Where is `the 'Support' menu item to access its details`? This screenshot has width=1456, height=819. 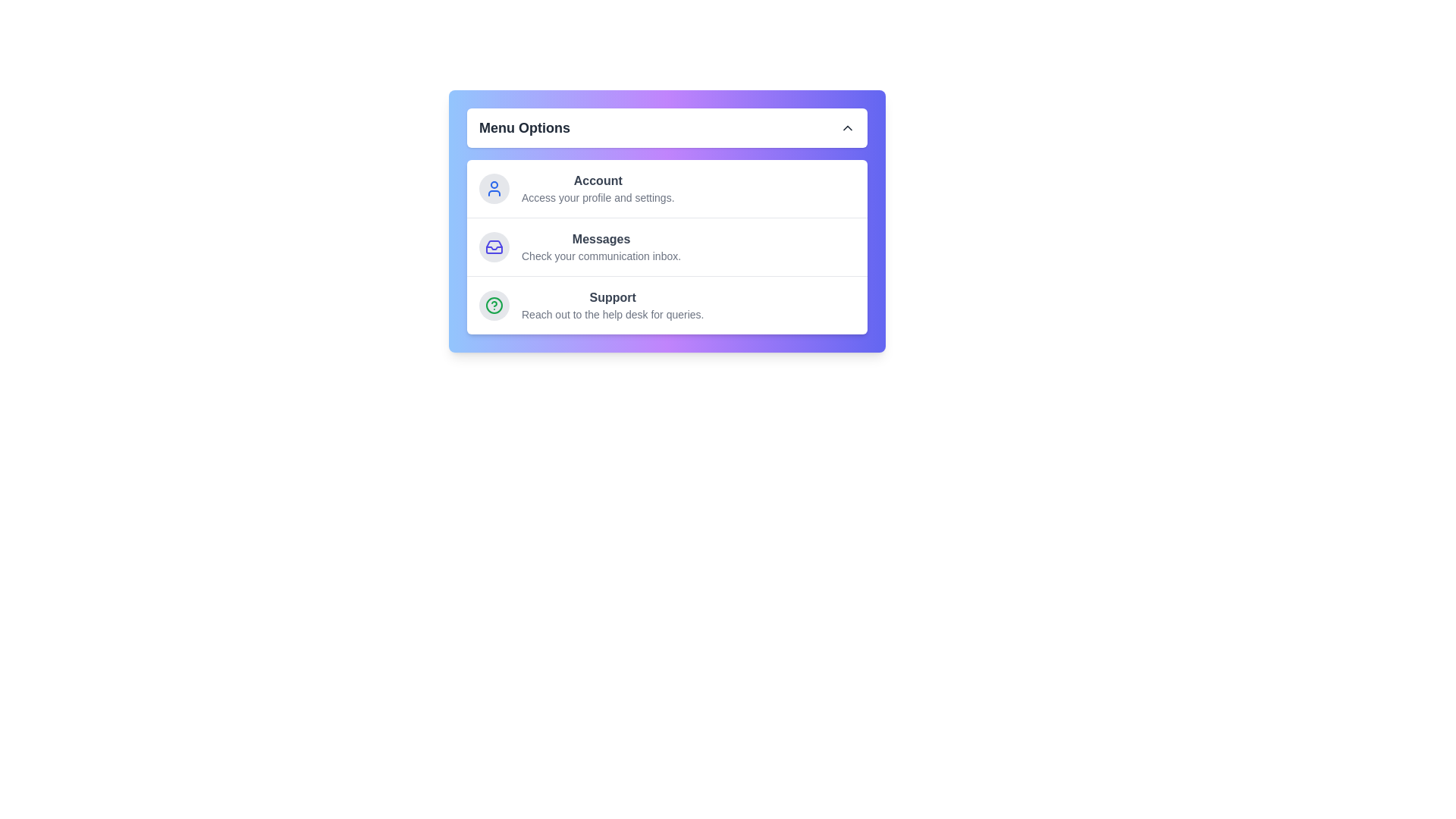
the 'Support' menu item to access its details is located at coordinates (612, 305).